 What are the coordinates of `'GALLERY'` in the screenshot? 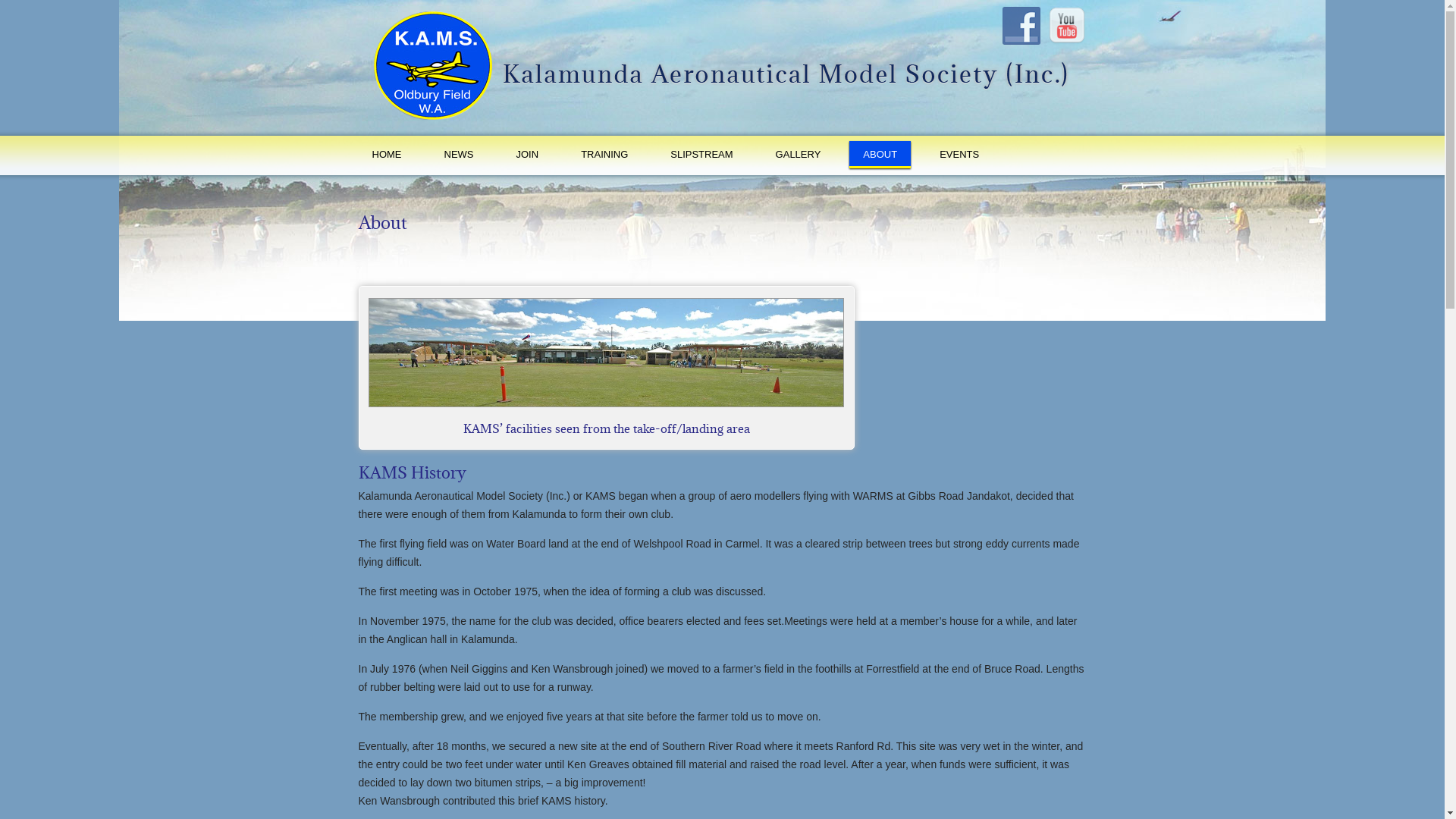 It's located at (761, 155).